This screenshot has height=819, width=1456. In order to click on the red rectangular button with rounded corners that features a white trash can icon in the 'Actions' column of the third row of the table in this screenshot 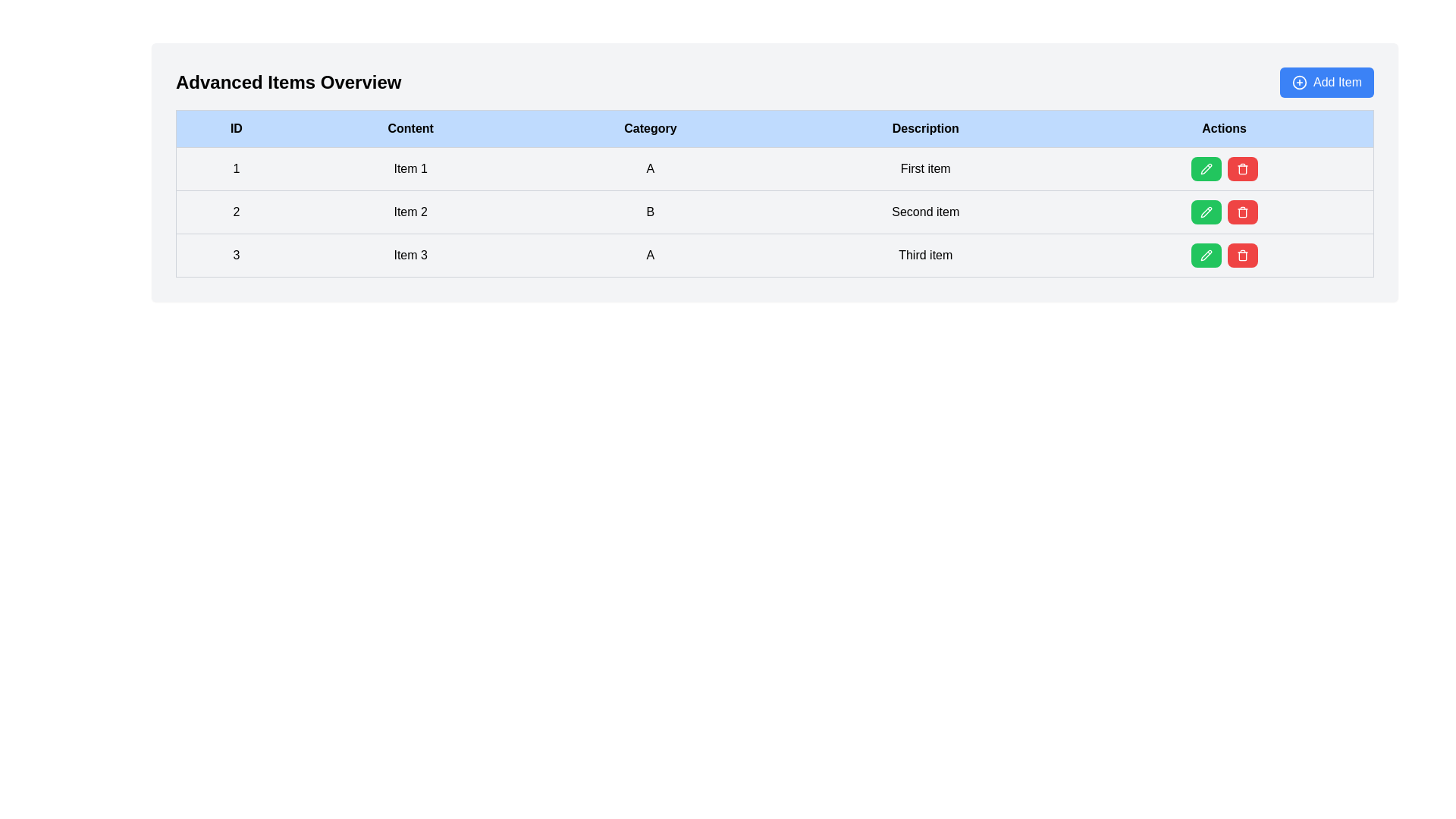, I will do `click(1242, 254)`.